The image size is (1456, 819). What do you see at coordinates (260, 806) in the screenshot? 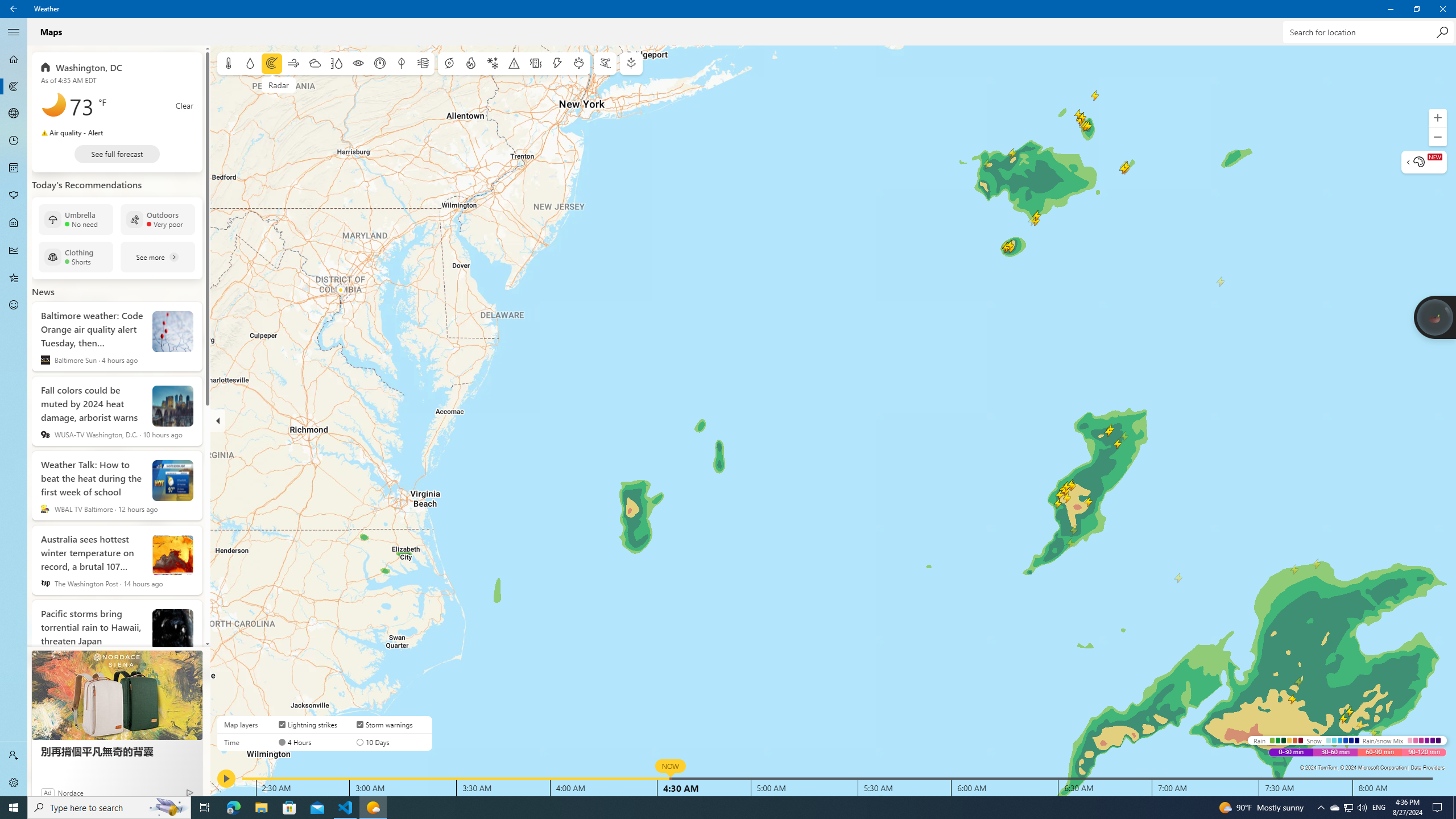
I see `'File Explorer'` at bounding box center [260, 806].